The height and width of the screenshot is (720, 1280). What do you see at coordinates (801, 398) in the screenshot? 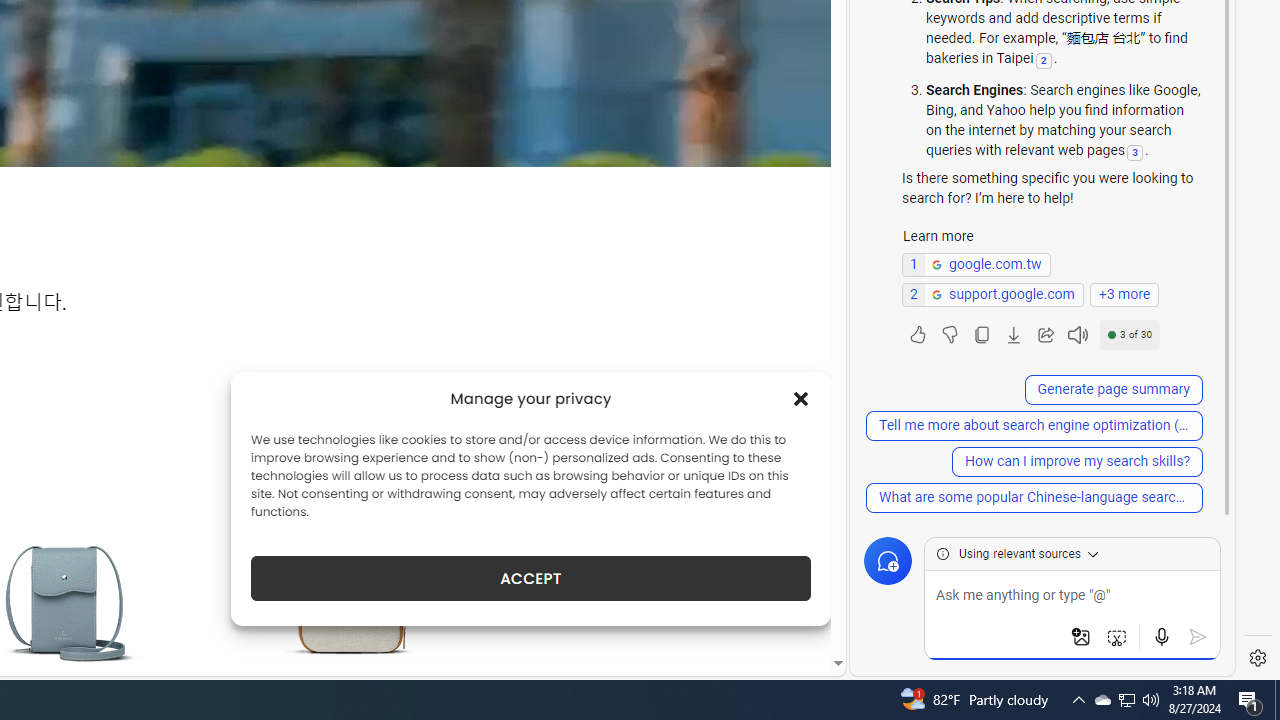
I see `'Class: cmplz-close'` at bounding box center [801, 398].